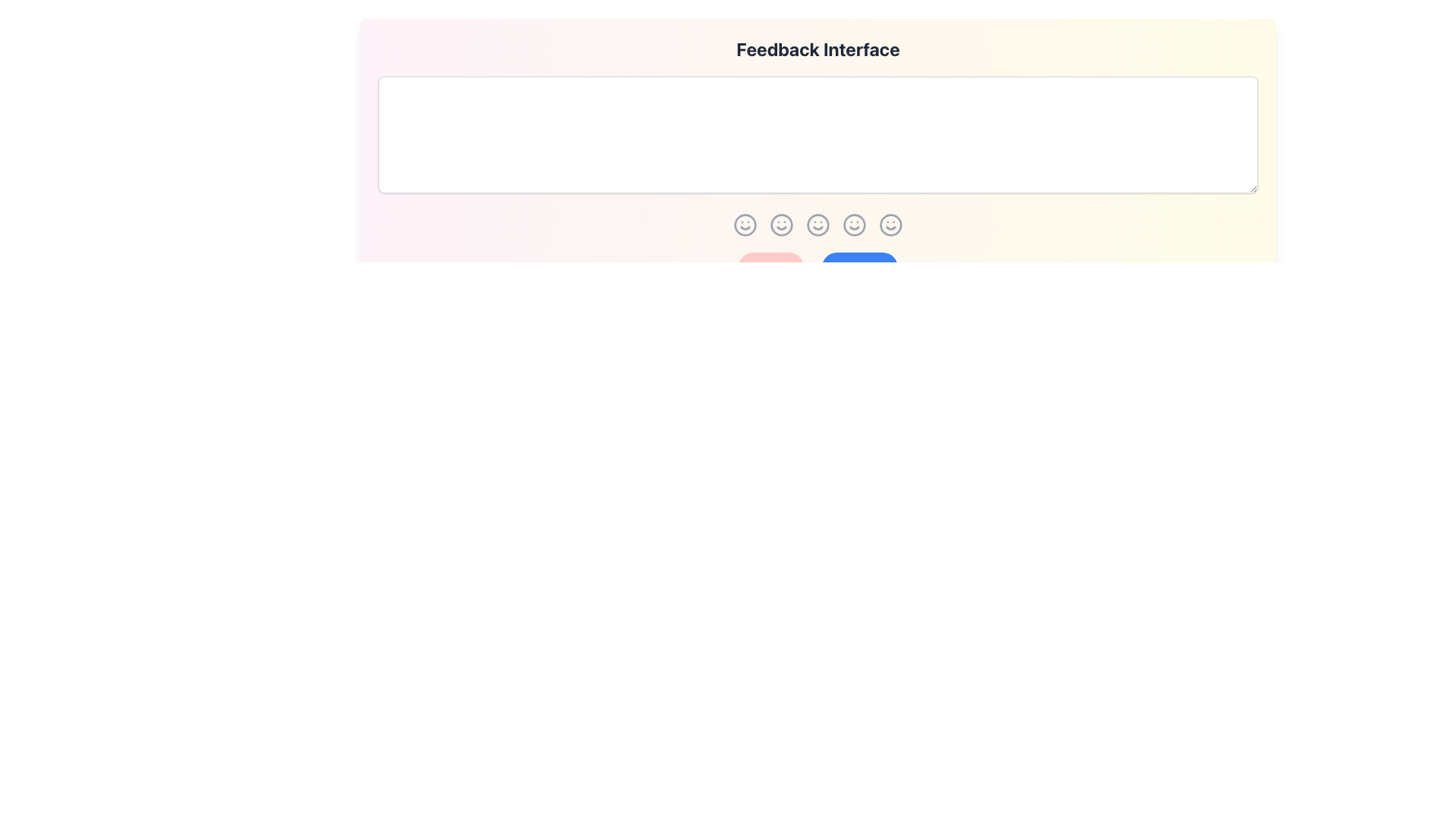  Describe the element at coordinates (855, 225) in the screenshot. I see `the semi-transparent circular element of the smiley-face icon located at the fourth position from the left in the row of icons below the 'Feedback Interface' text input field` at that location.